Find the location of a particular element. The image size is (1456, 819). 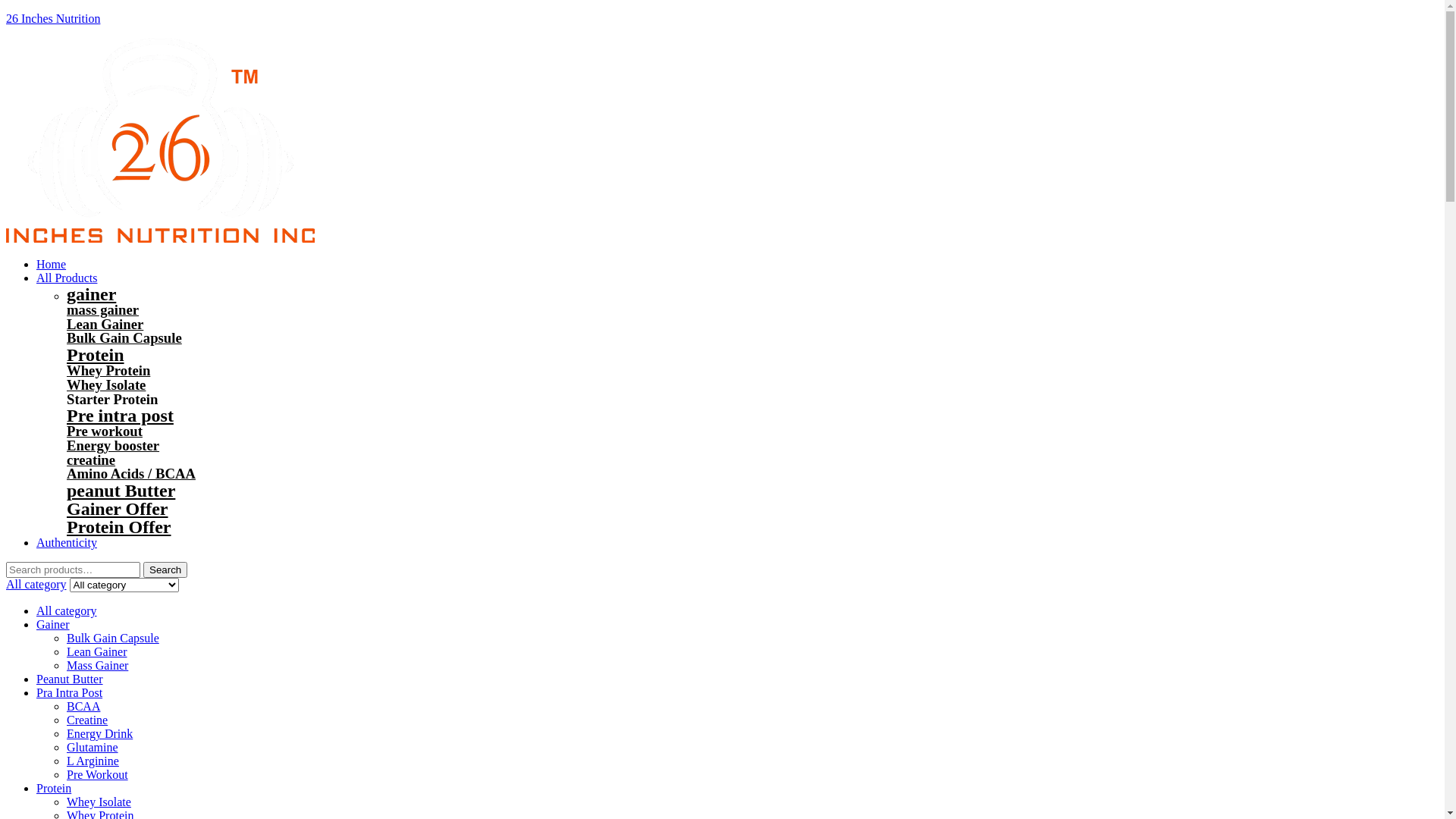

'Pre Workout' is located at coordinates (65, 774).